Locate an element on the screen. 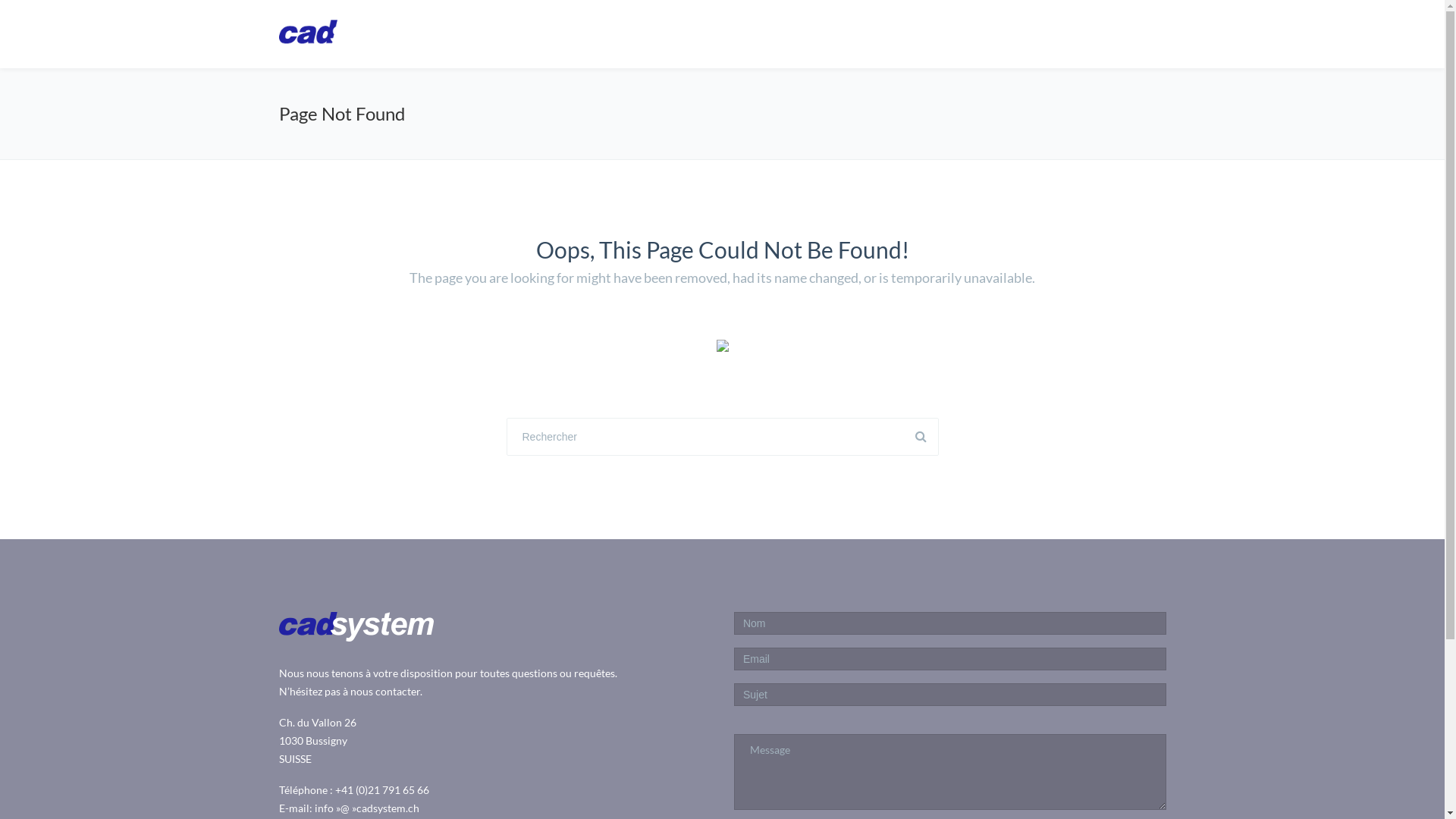  'Homepage' is located at coordinates (684, 33).